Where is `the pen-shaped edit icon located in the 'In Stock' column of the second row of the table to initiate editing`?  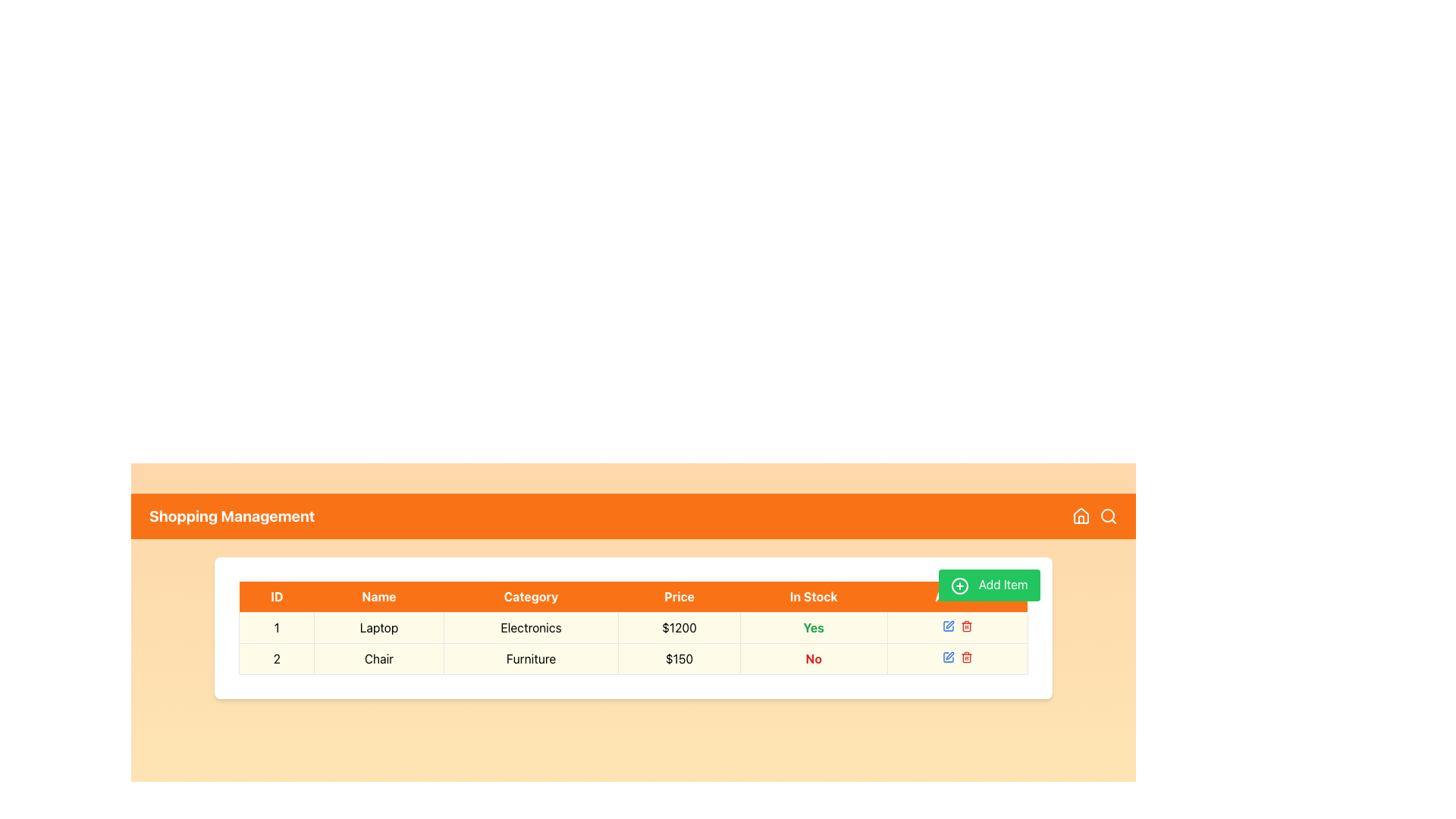 the pen-shaped edit icon located in the 'In Stock' column of the second row of the table to initiate editing is located at coordinates (949, 654).